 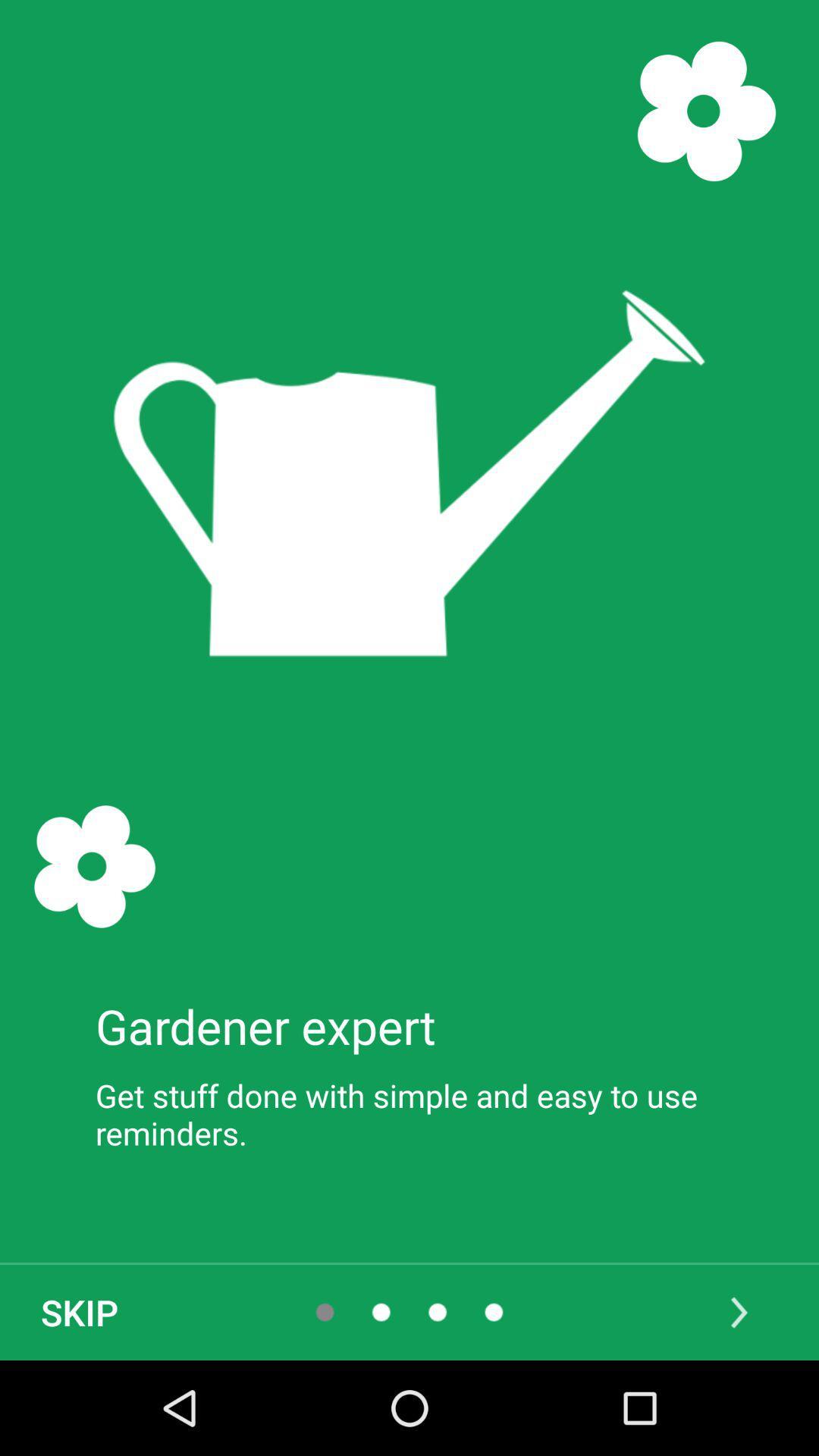 I want to click on item below get stuff done, so click(x=79, y=1312).